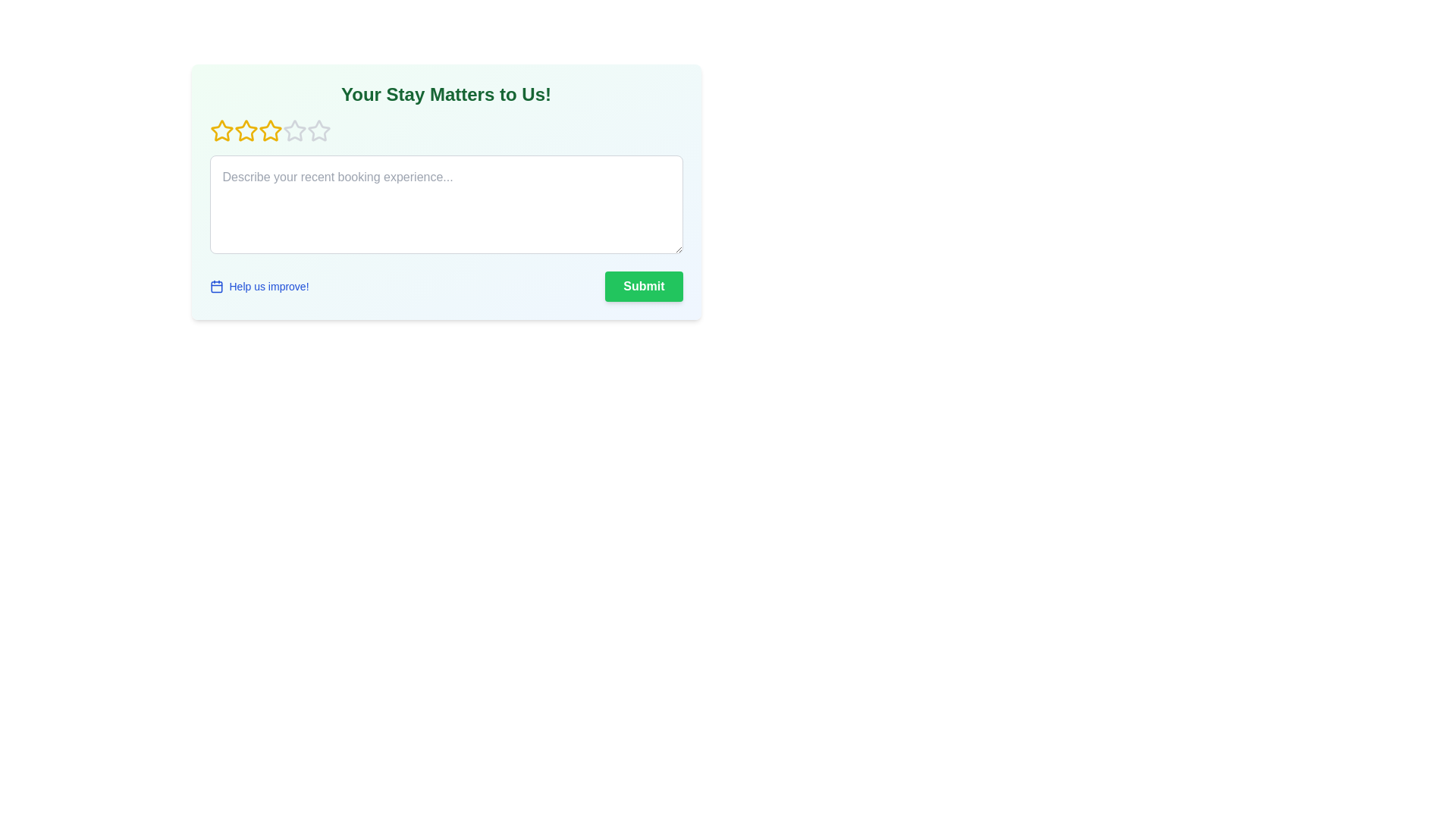 The width and height of the screenshot is (1456, 819). Describe the element at coordinates (318, 130) in the screenshot. I see `the rating to 5 stars by clicking the corresponding star icon` at that location.